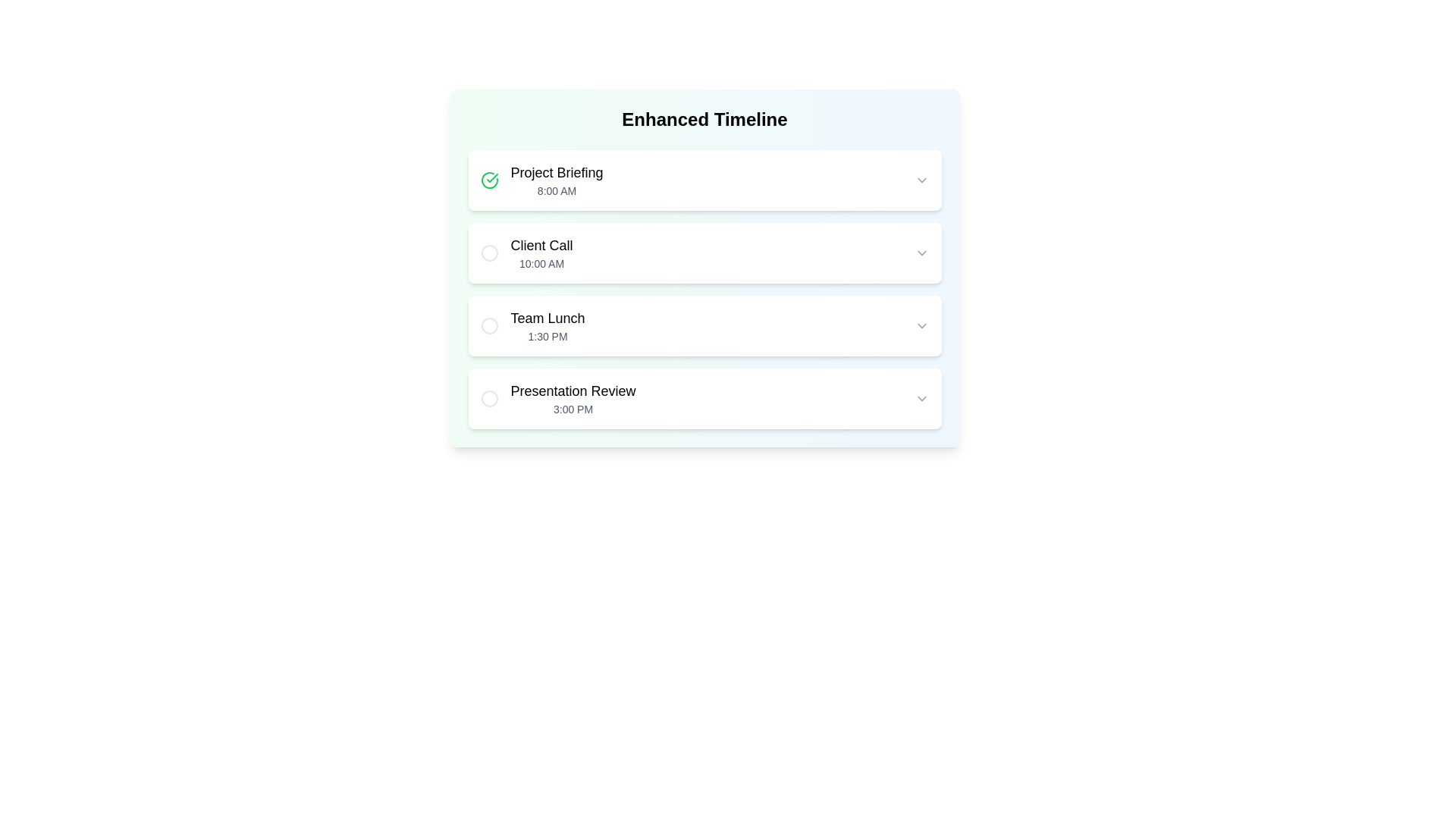 This screenshot has height=819, width=1456. I want to click on the chevron dropdown indicator icon next to the 'Presentation Review' labeled row at 3:00 PM to indicate it is interactive, so click(921, 397).